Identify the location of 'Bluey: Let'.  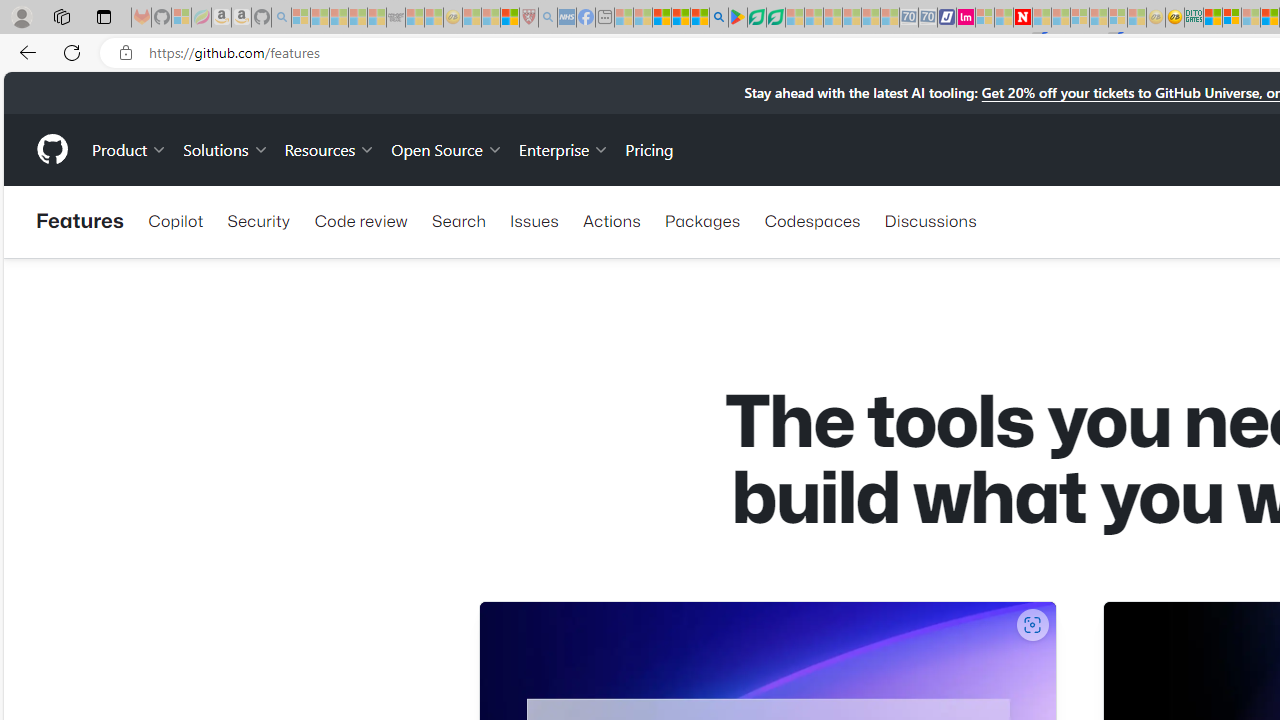
(736, 17).